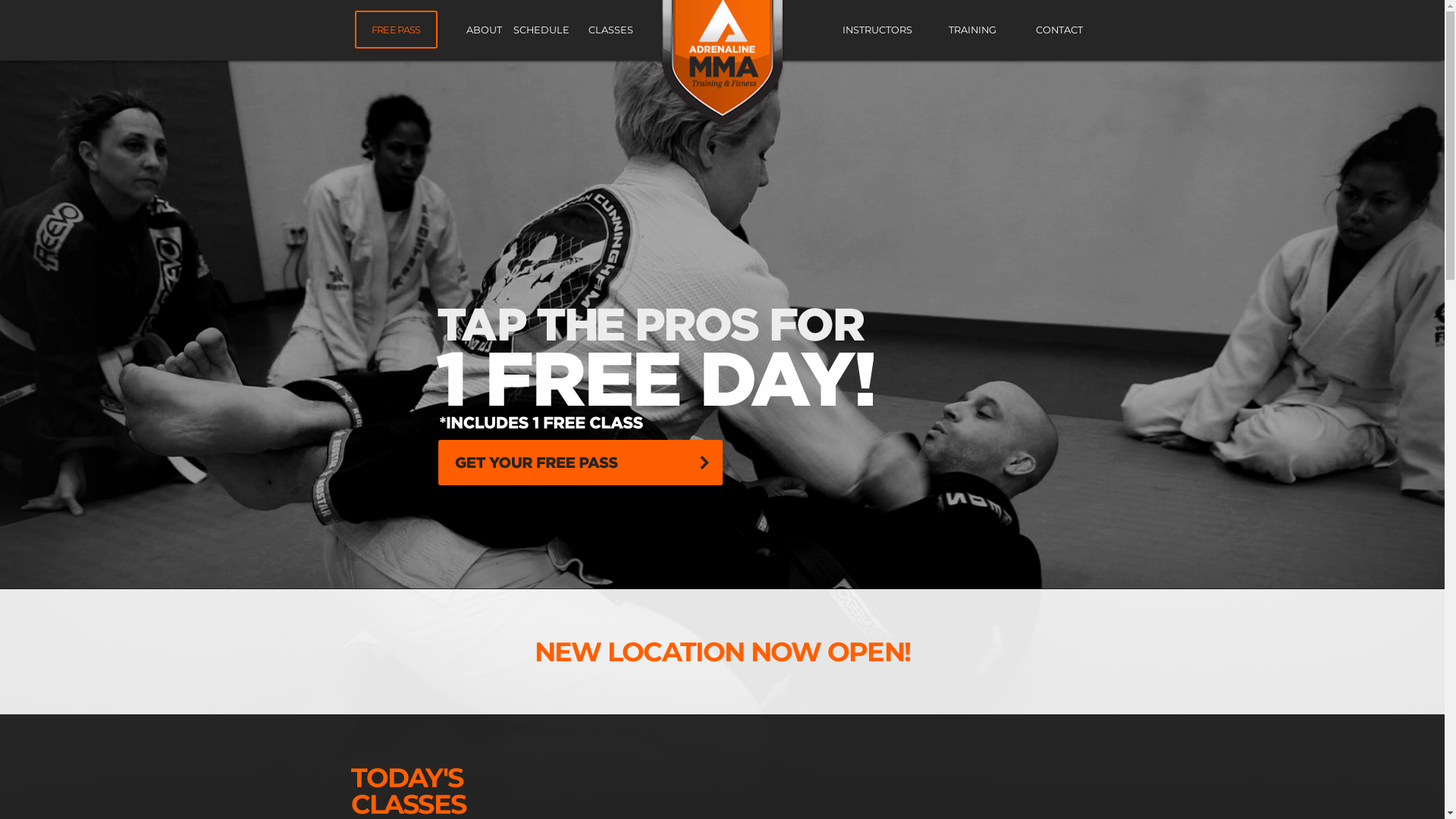 The height and width of the screenshot is (819, 1456). What do you see at coordinates (396, 29) in the screenshot?
I see `'FREE PASS'` at bounding box center [396, 29].